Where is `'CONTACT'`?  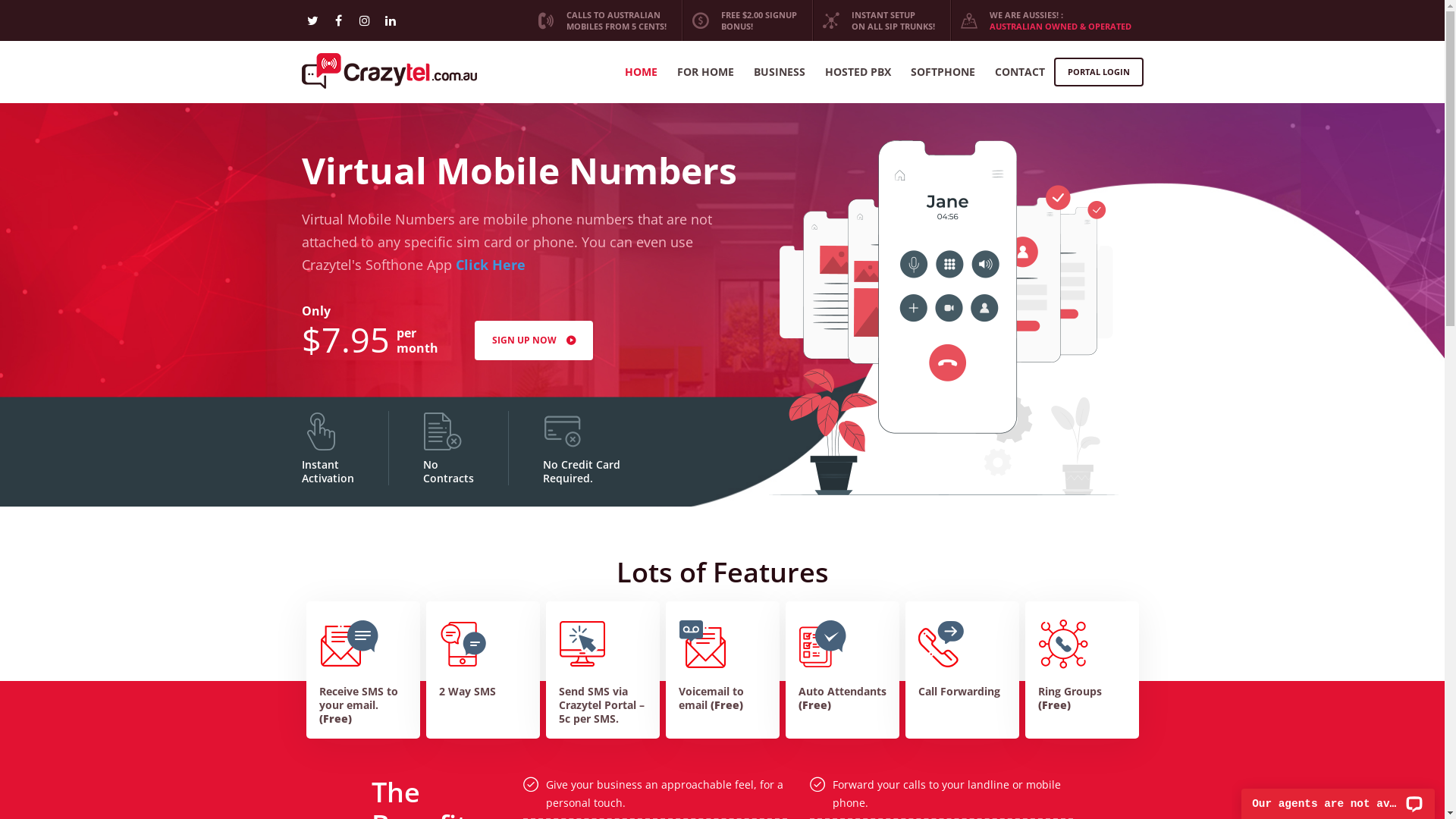 'CONTACT' is located at coordinates (994, 72).